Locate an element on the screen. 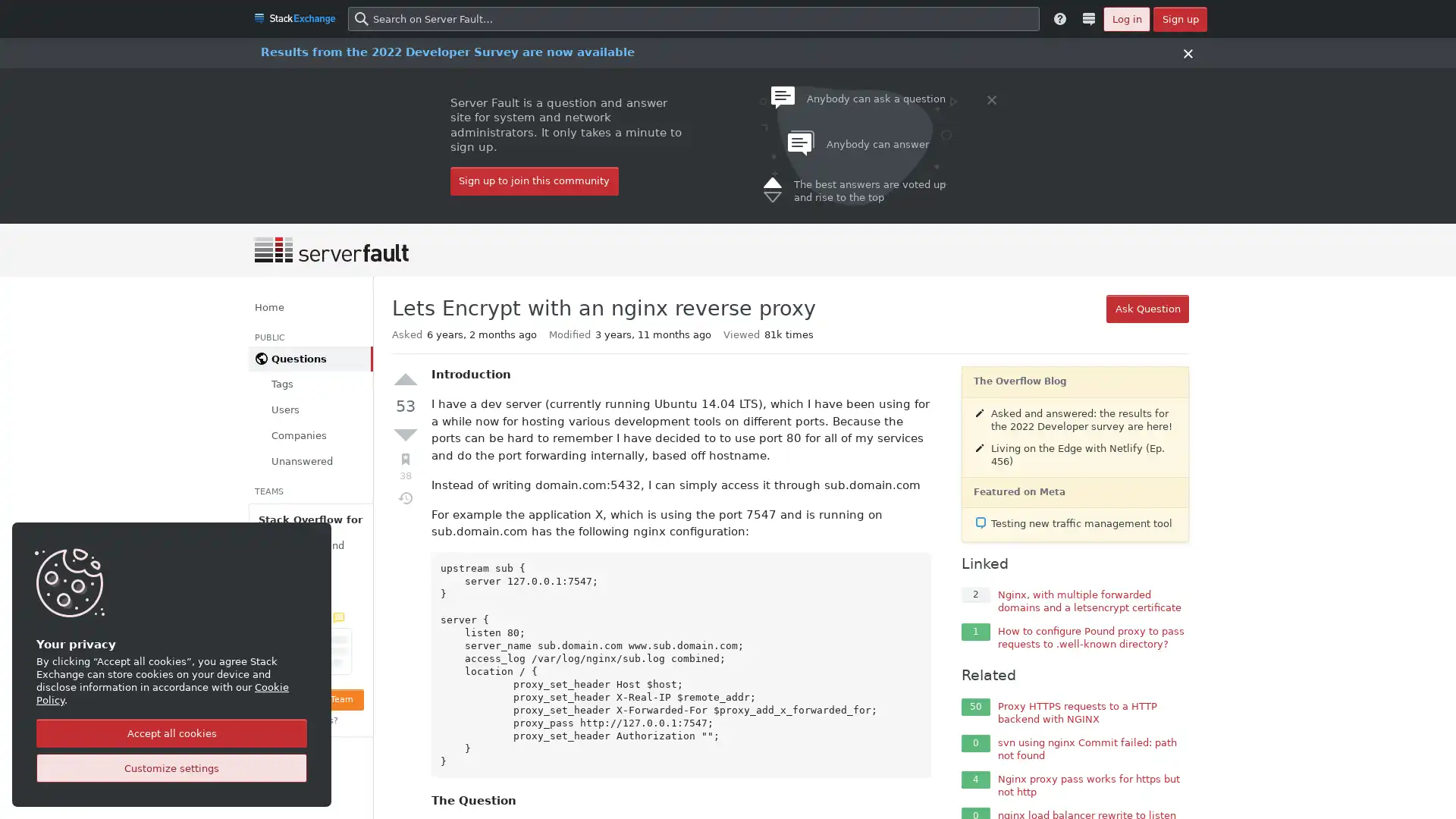 Image resolution: width=1456 pixels, height=819 pixels. Down vote is located at coordinates (405, 433).